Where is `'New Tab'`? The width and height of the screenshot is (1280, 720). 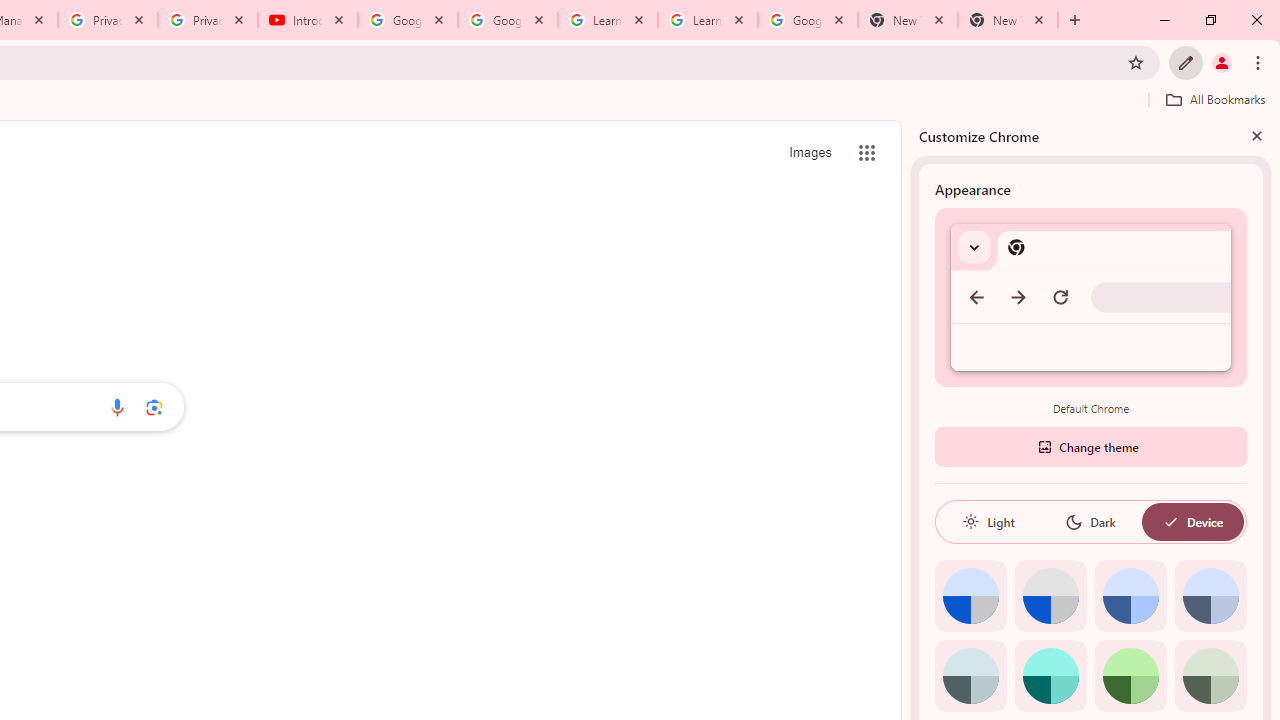
'New Tab' is located at coordinates (1008, 20).